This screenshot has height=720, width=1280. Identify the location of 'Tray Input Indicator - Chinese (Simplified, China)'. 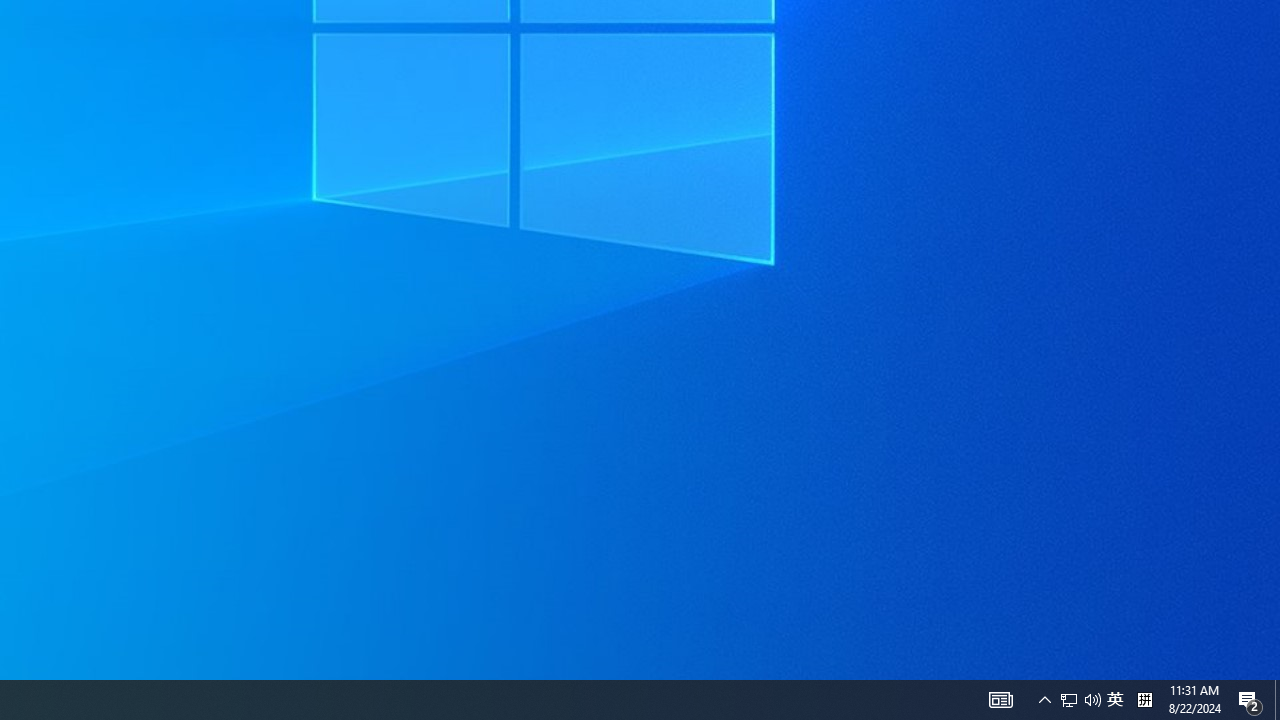
(1144, 698).